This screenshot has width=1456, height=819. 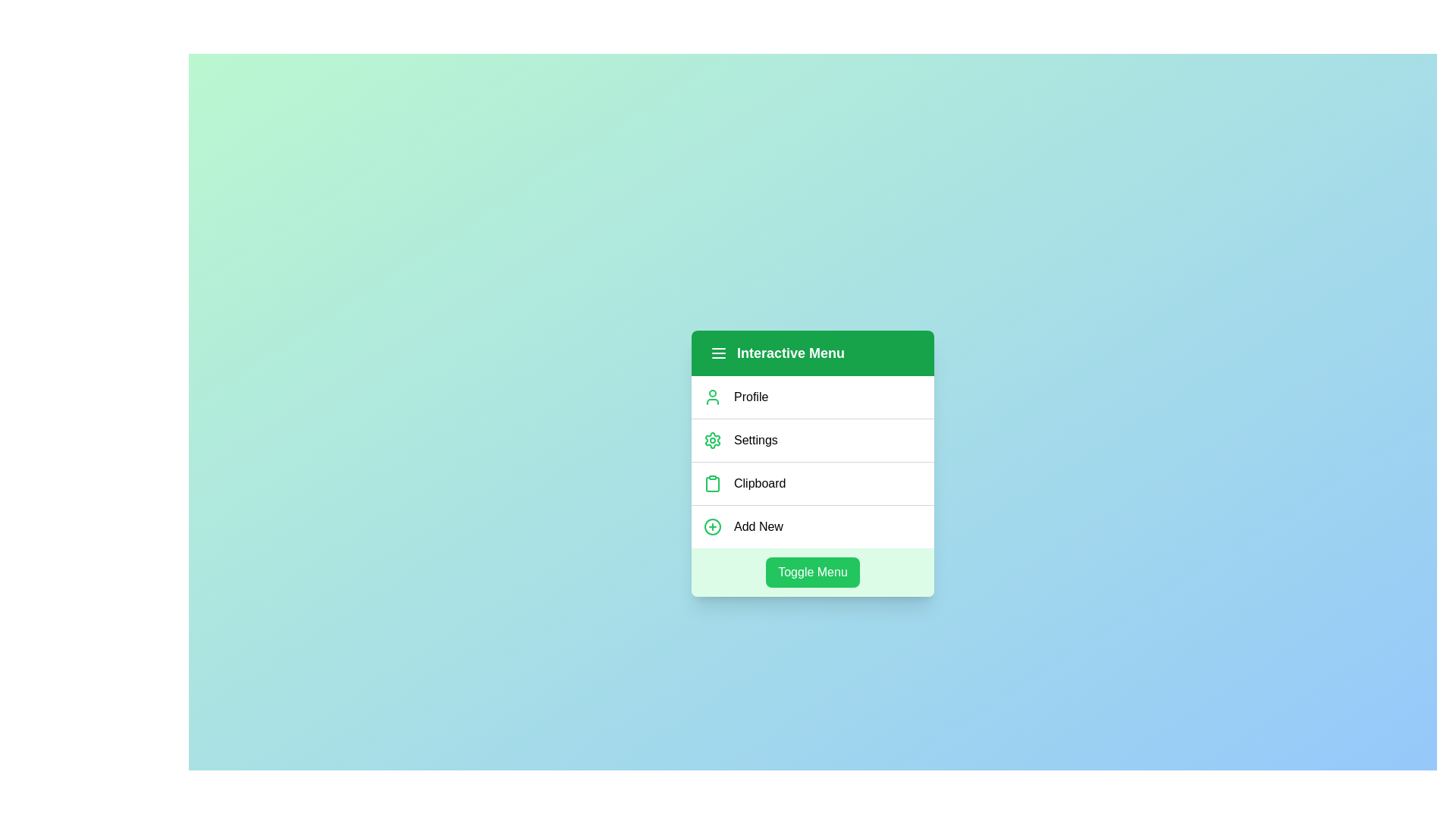 What do you see at coordinates (811, 526) in the screenshot?
I see `the menu item Add New` at bounding box center [811, 526].